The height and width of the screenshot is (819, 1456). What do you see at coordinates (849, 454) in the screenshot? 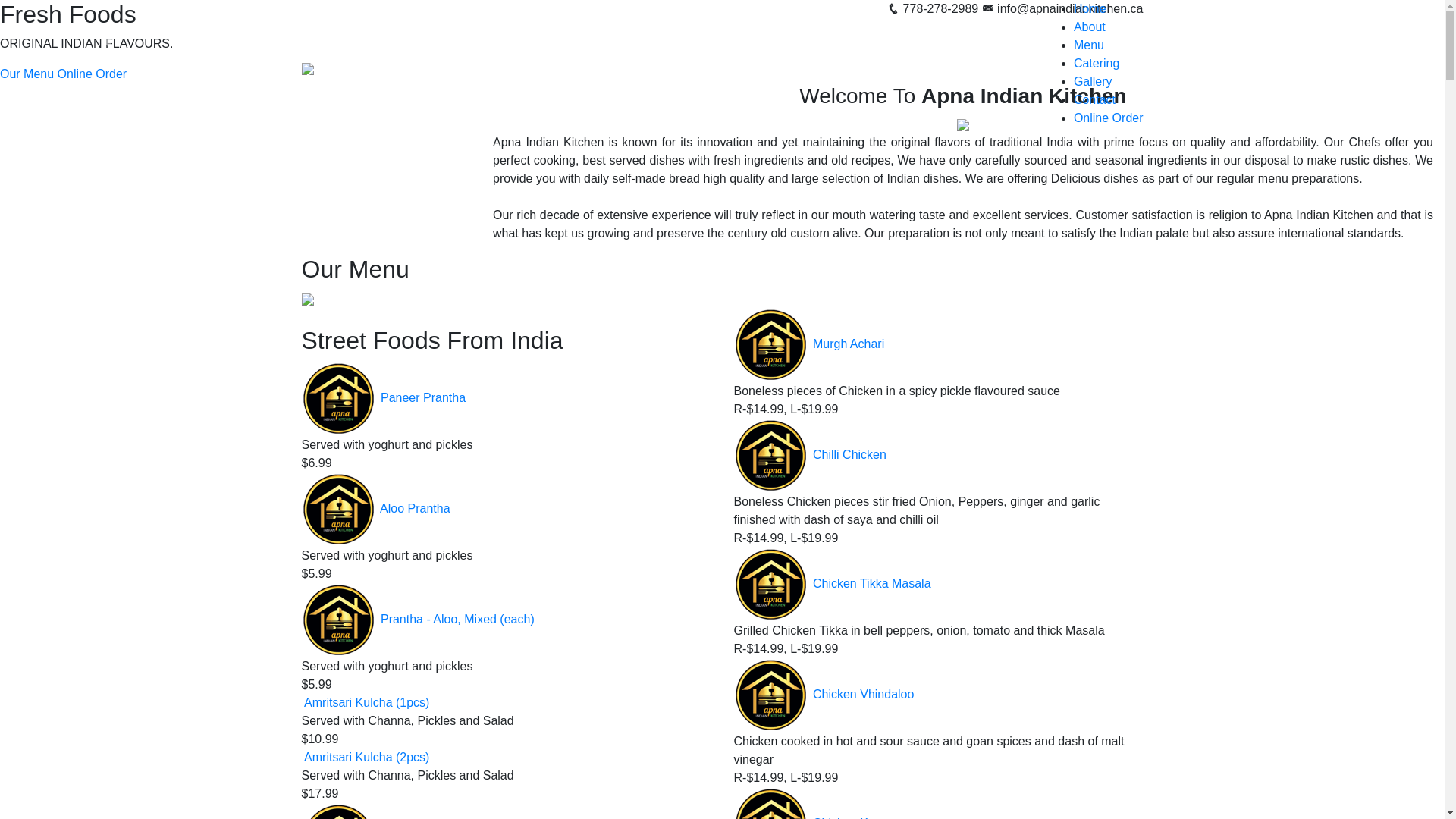
I see `'Chilli Chicken'` at bounding box center [849, 454].